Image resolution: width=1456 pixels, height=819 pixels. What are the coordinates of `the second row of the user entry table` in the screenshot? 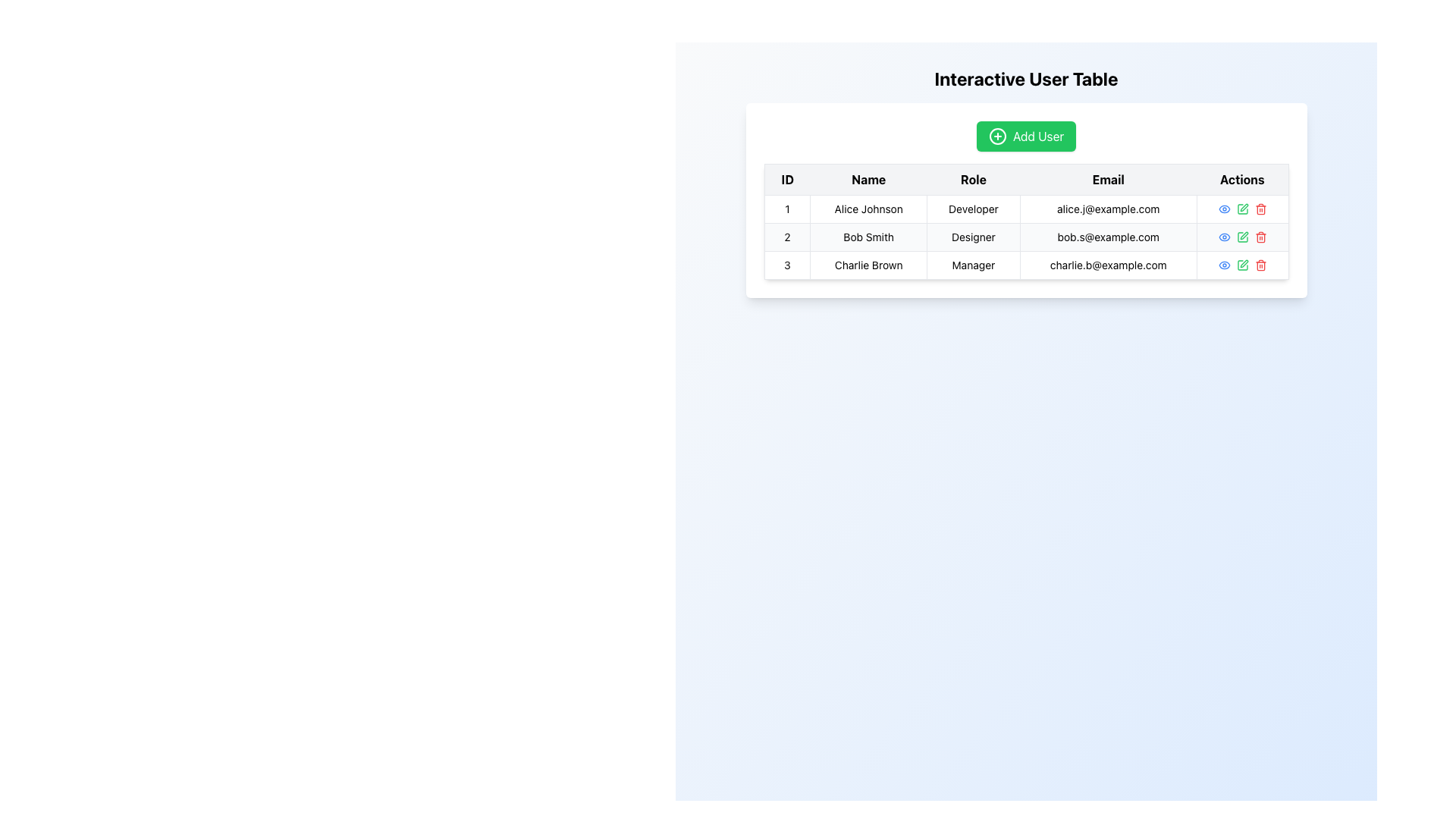 It's located at (1026, 237).